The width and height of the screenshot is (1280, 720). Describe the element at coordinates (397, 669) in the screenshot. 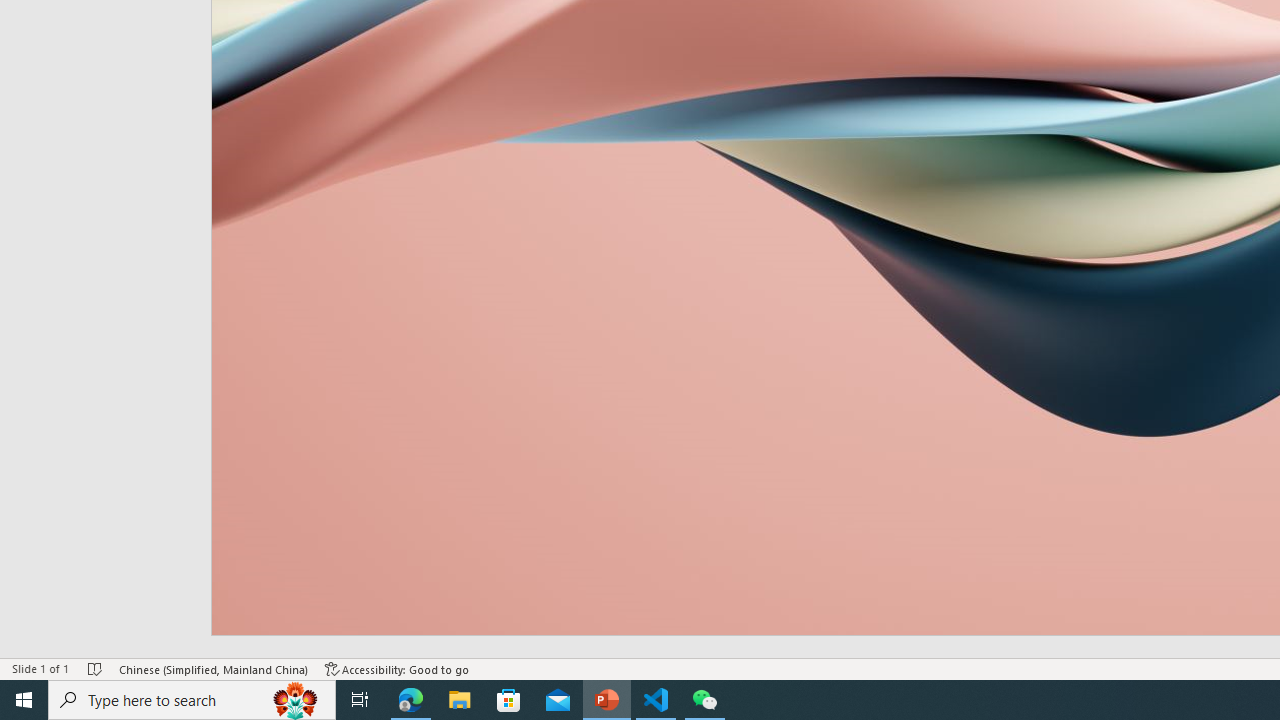

I see `'Accessibility Checker Accessibility: Good to go'` at that location.